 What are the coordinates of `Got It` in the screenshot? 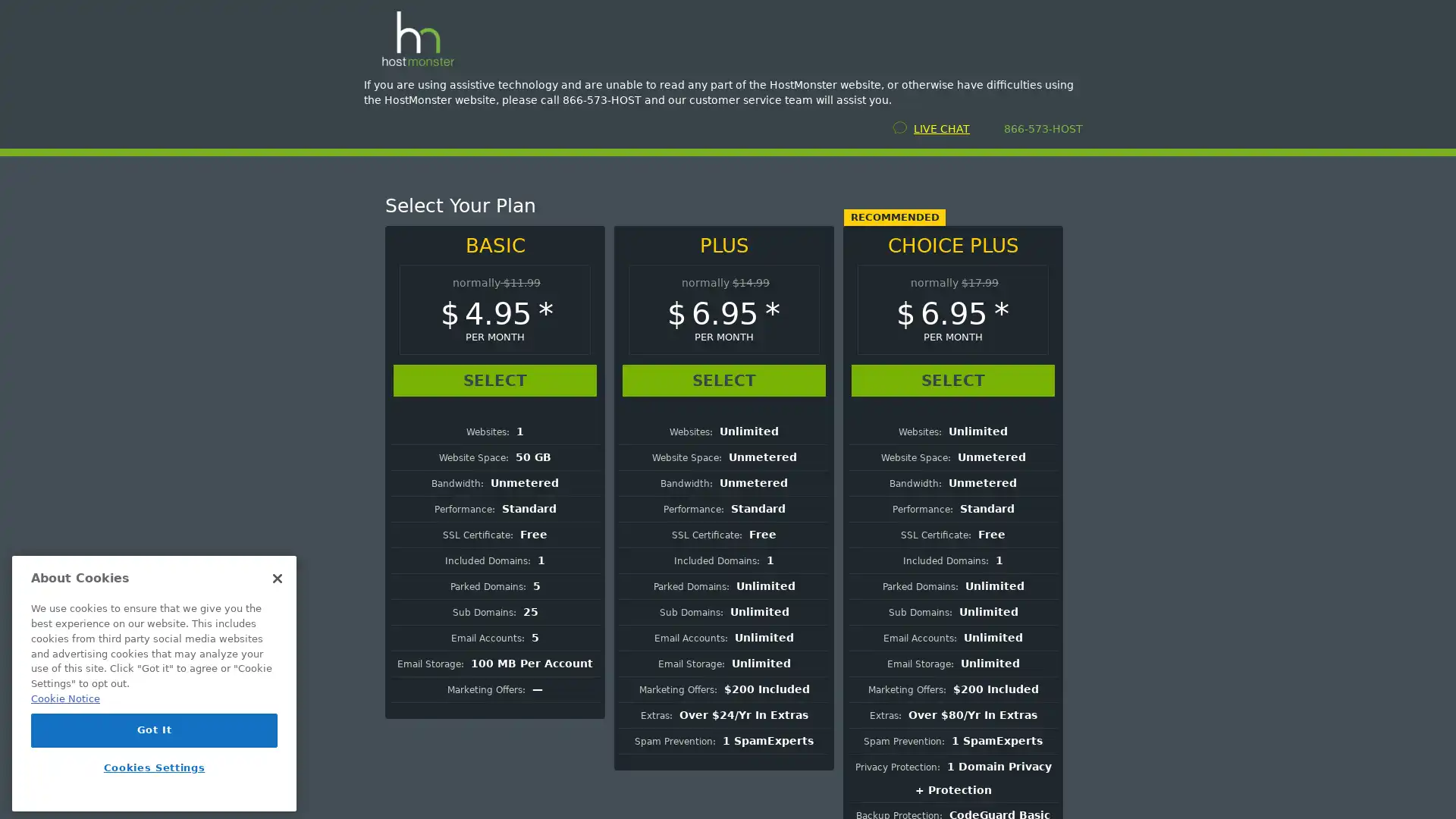 It's located at (154, 730).